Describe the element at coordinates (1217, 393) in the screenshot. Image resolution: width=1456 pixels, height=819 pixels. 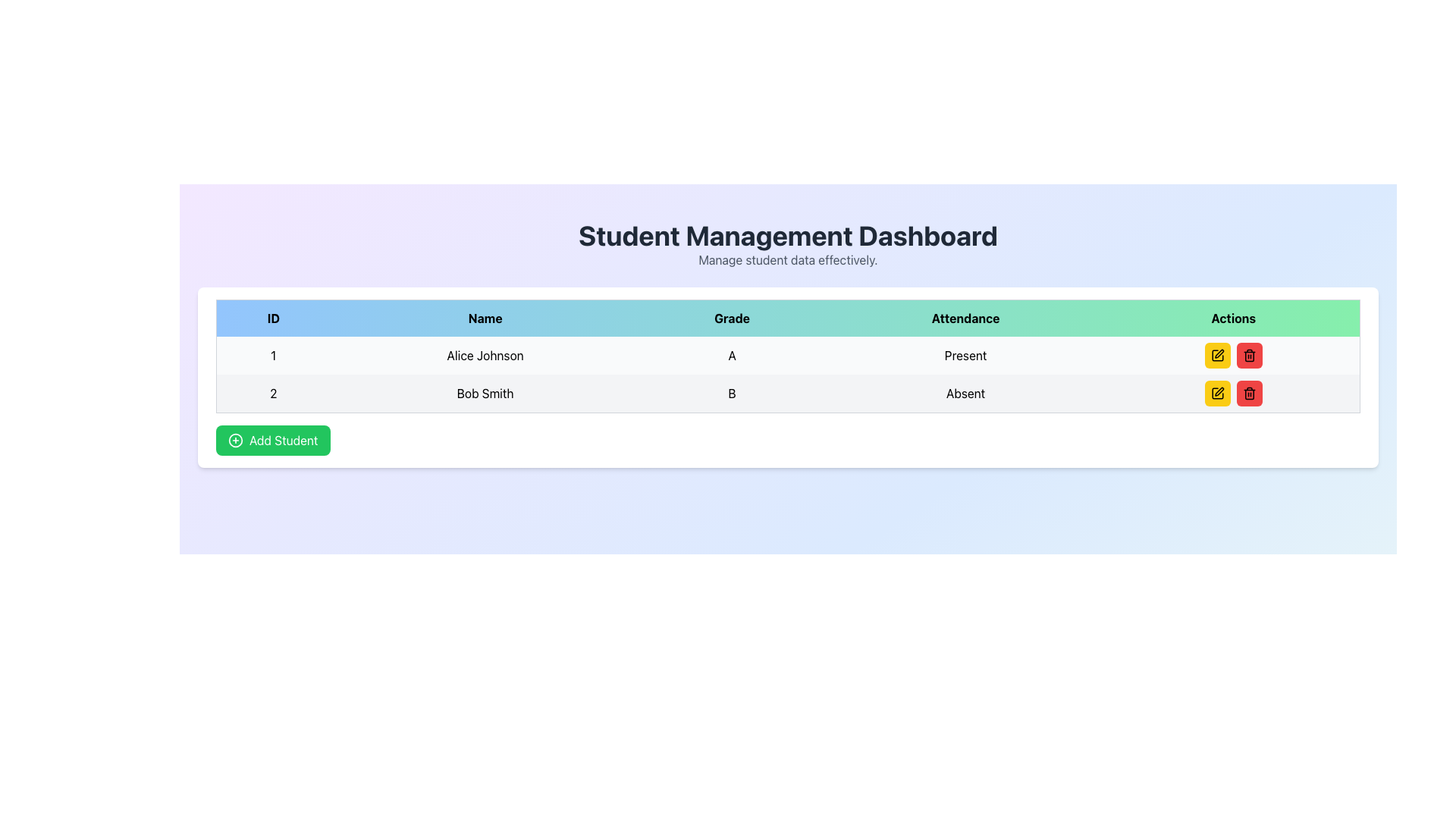
I see `the square-shaped icon resembling a document with a pen overlay, located under the 'Actions' header in the 'Bob Smith' row of the table` at that location.